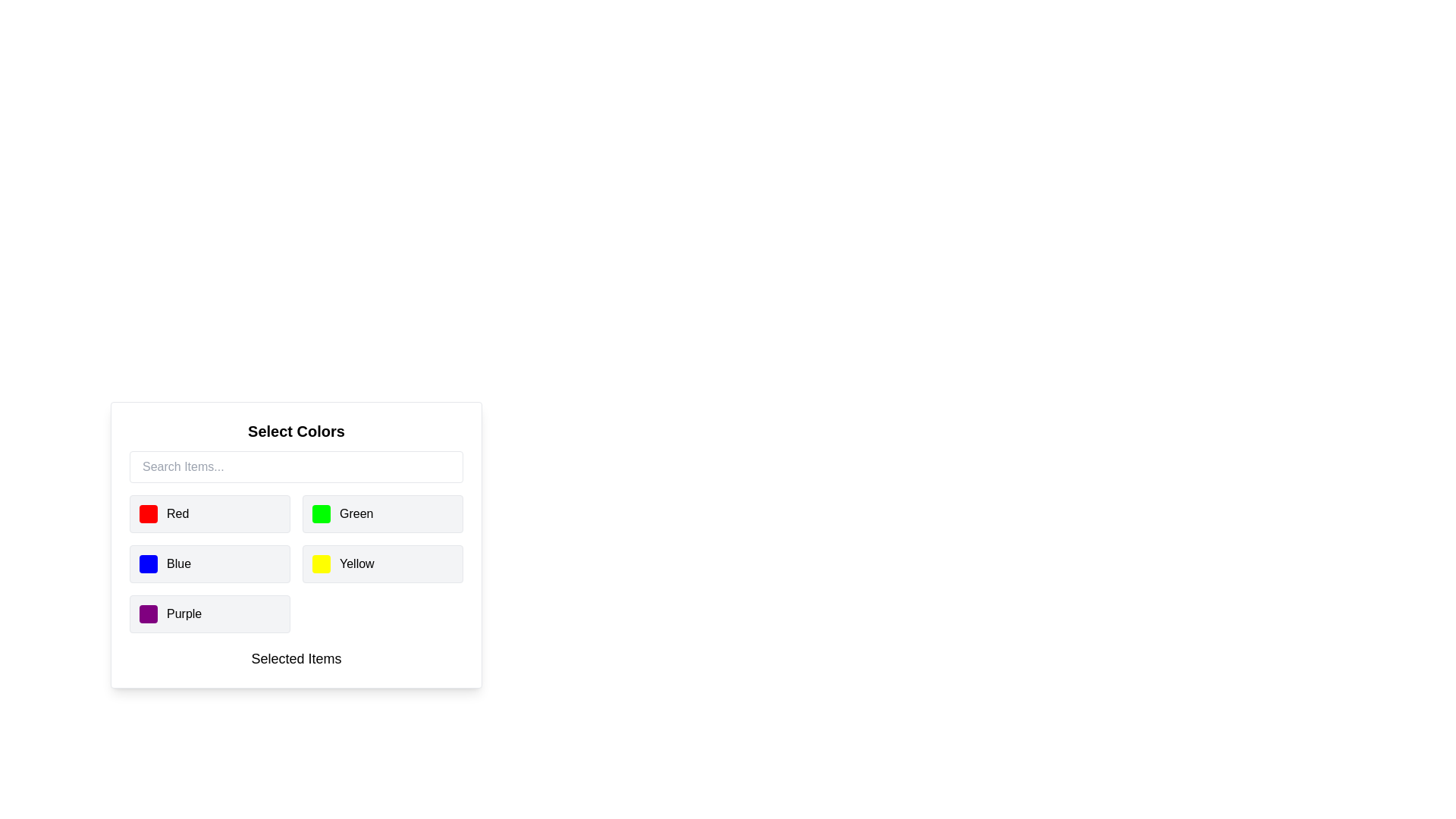 The height and width of the screenshot is (819, 1456). I want to click on the 'Purple' color selection option, which is the fourth item in the vertically-stacked list in the 'Select Colors' panel, so click(171, 614).